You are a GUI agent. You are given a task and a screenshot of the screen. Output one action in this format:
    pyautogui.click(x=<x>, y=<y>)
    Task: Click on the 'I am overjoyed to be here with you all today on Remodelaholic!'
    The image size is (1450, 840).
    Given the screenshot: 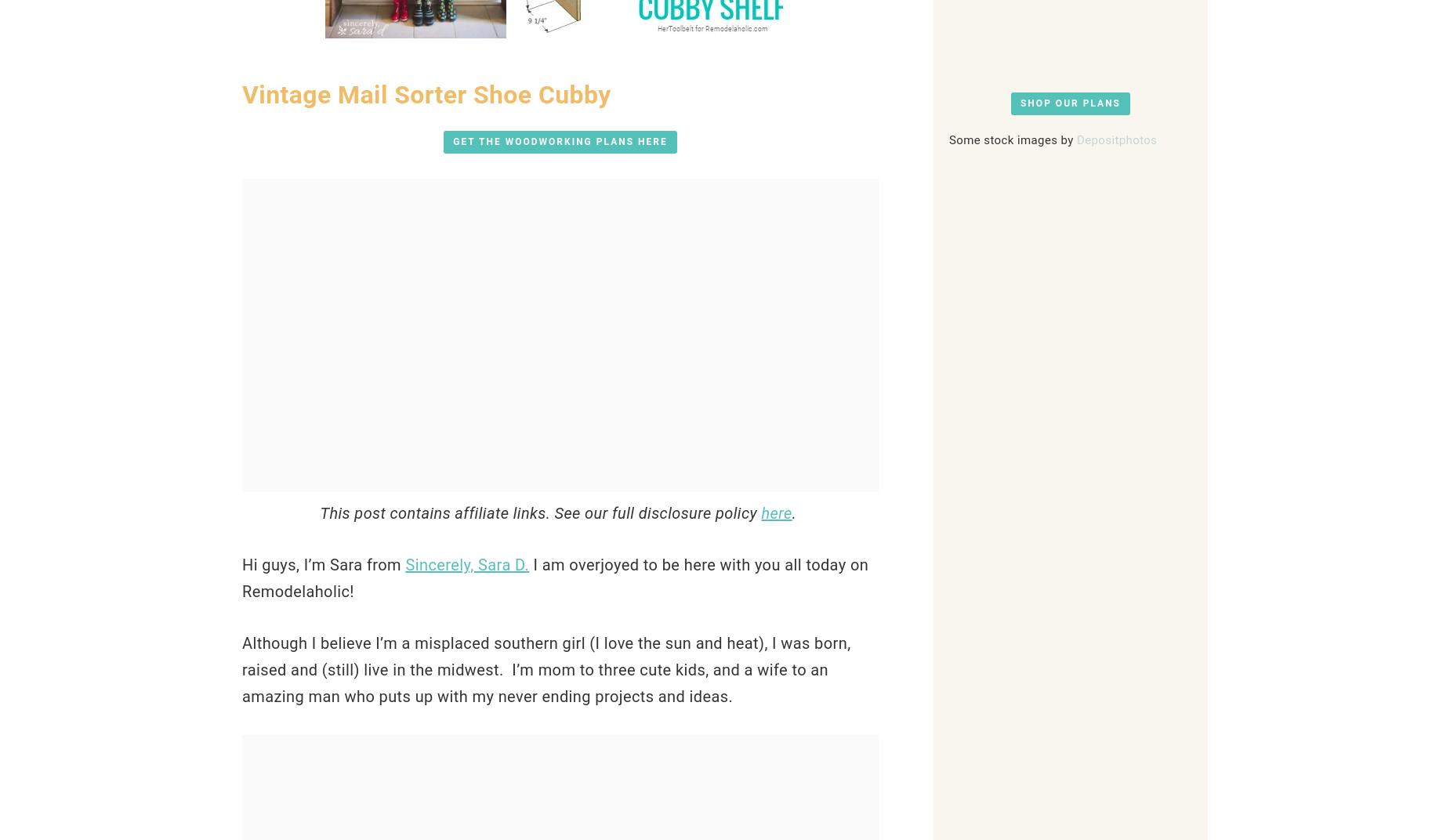 What is the action you would take?
    pyautogui.click(x=555, y=577)
    